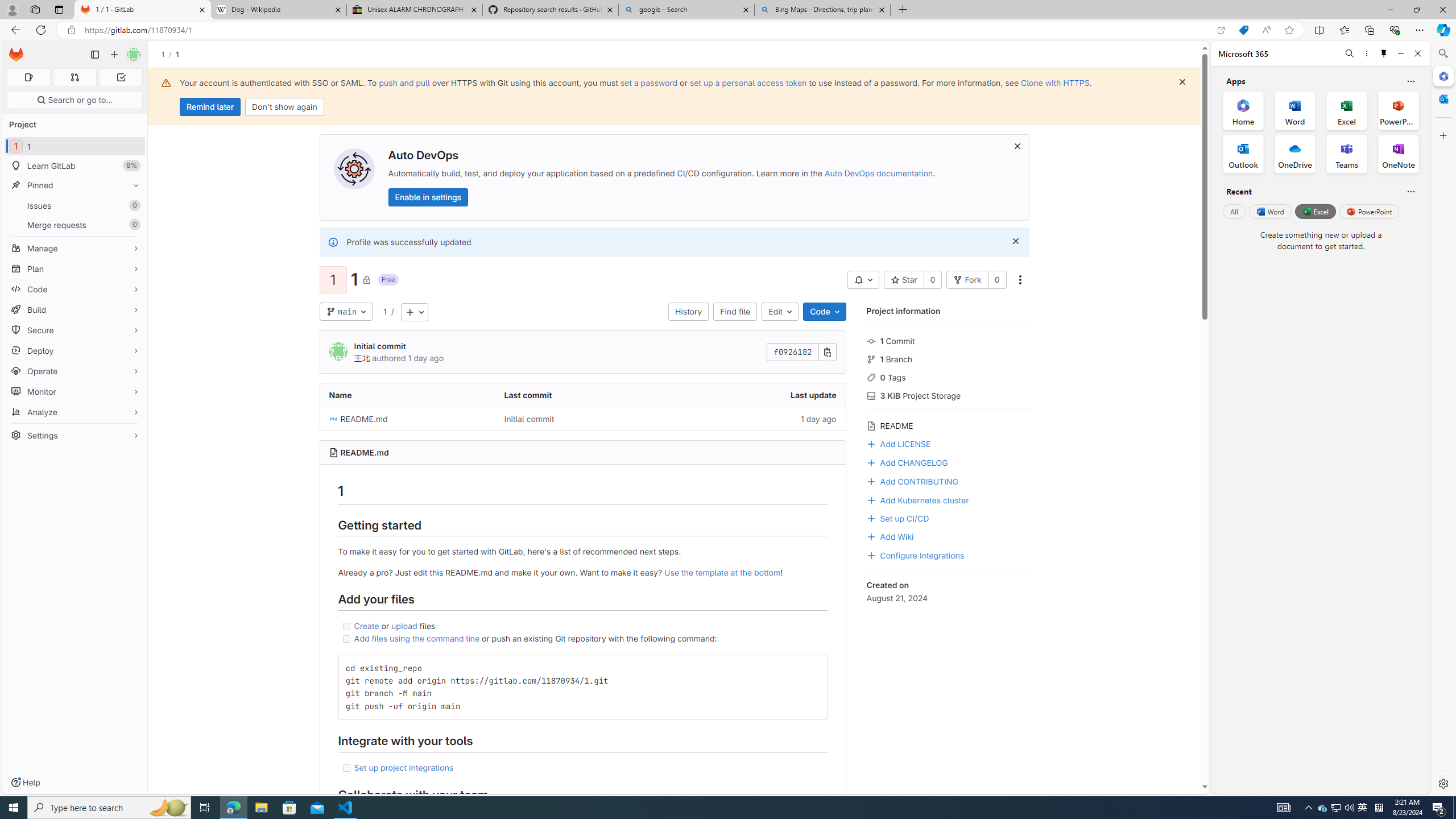  Describe the element at coordinates (404, 625) in the screenshot. I see `'upload'` at that location.